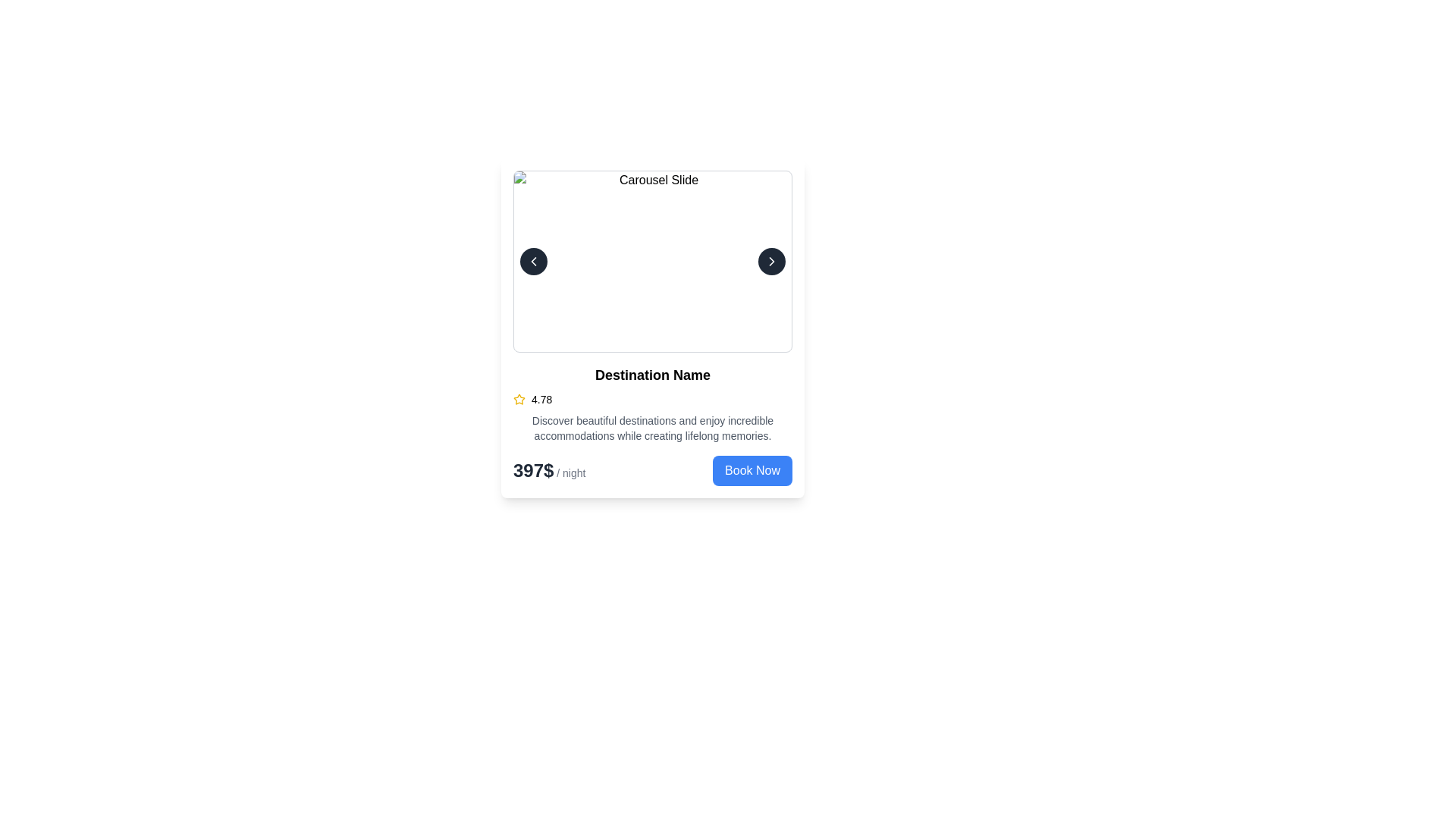 The height and width of the screenshot is (819, 1456). Describe the element at coordinates (771, 260) in the screenshot. I see `the right-pointing chevron arrow icon located on the right side of the carousel slide interface` at that location.